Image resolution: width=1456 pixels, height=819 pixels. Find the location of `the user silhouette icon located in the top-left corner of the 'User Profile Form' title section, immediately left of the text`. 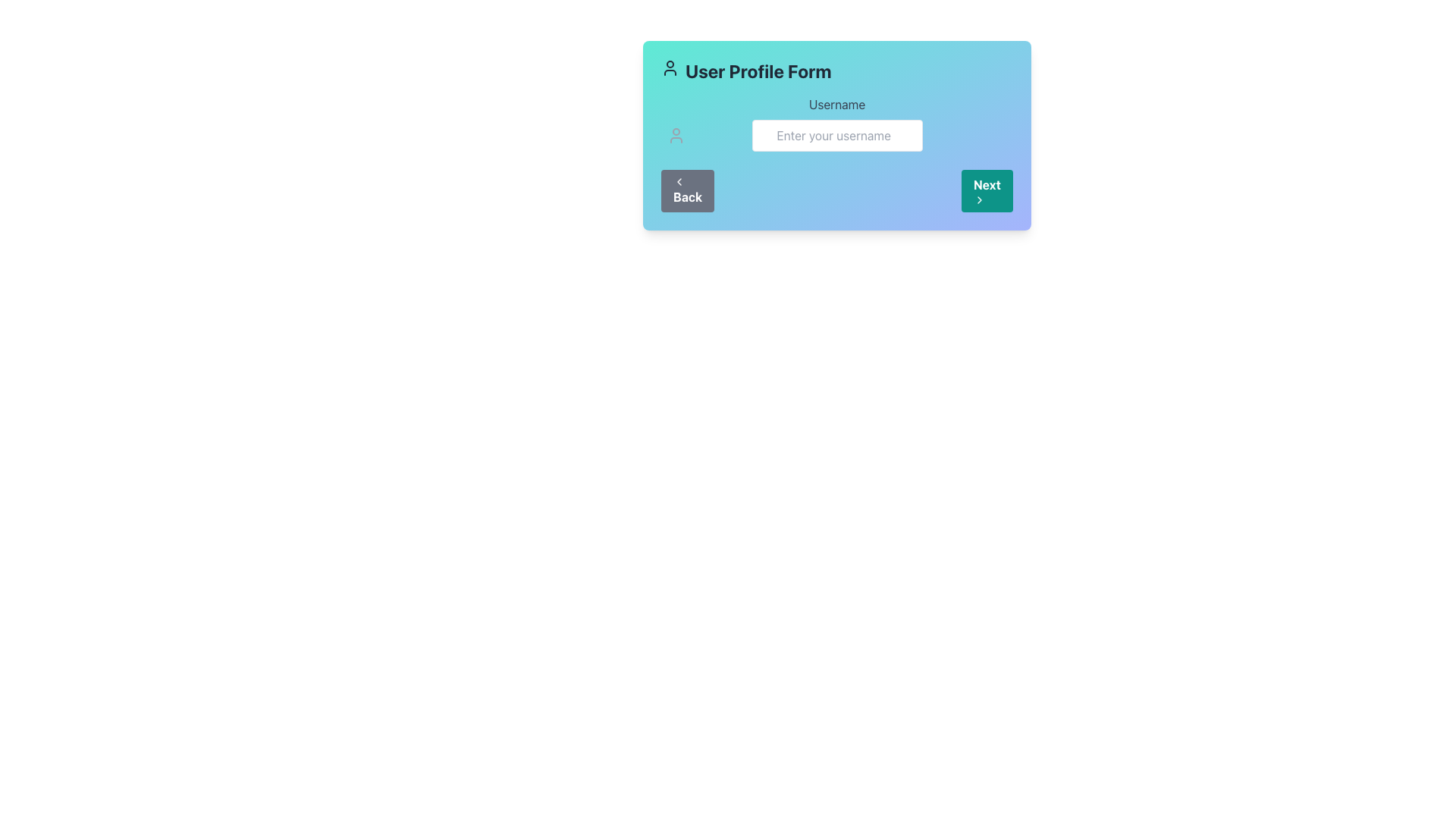

the user silhouette icon located in the top-left corner of the 'User Profile Form' title section, immediately left of the text is located at coordinates (669, 67).